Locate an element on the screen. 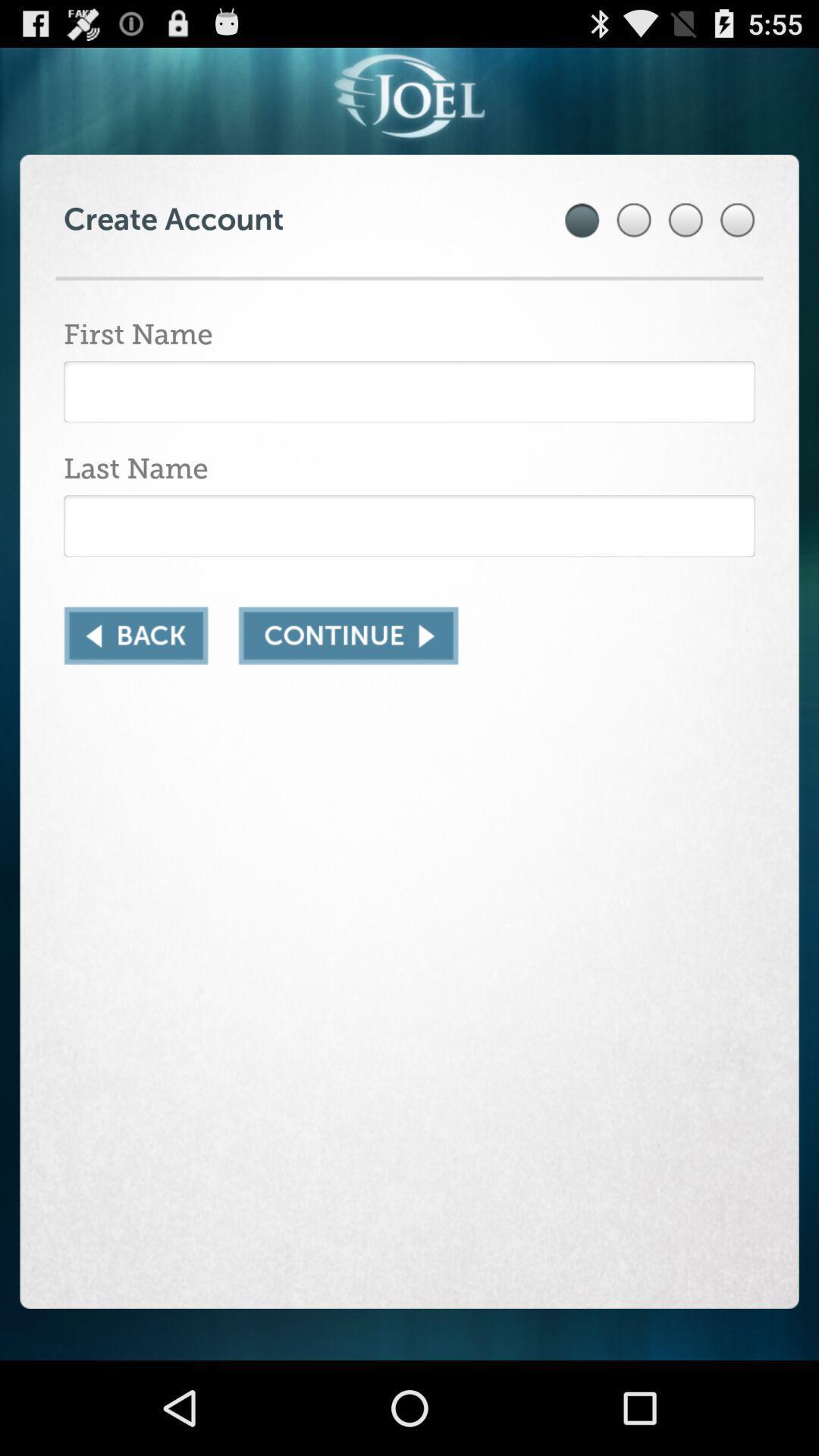 The height and width of the screenshot is (1456, 819). return to the previous page is located at coordinates (135, 635).